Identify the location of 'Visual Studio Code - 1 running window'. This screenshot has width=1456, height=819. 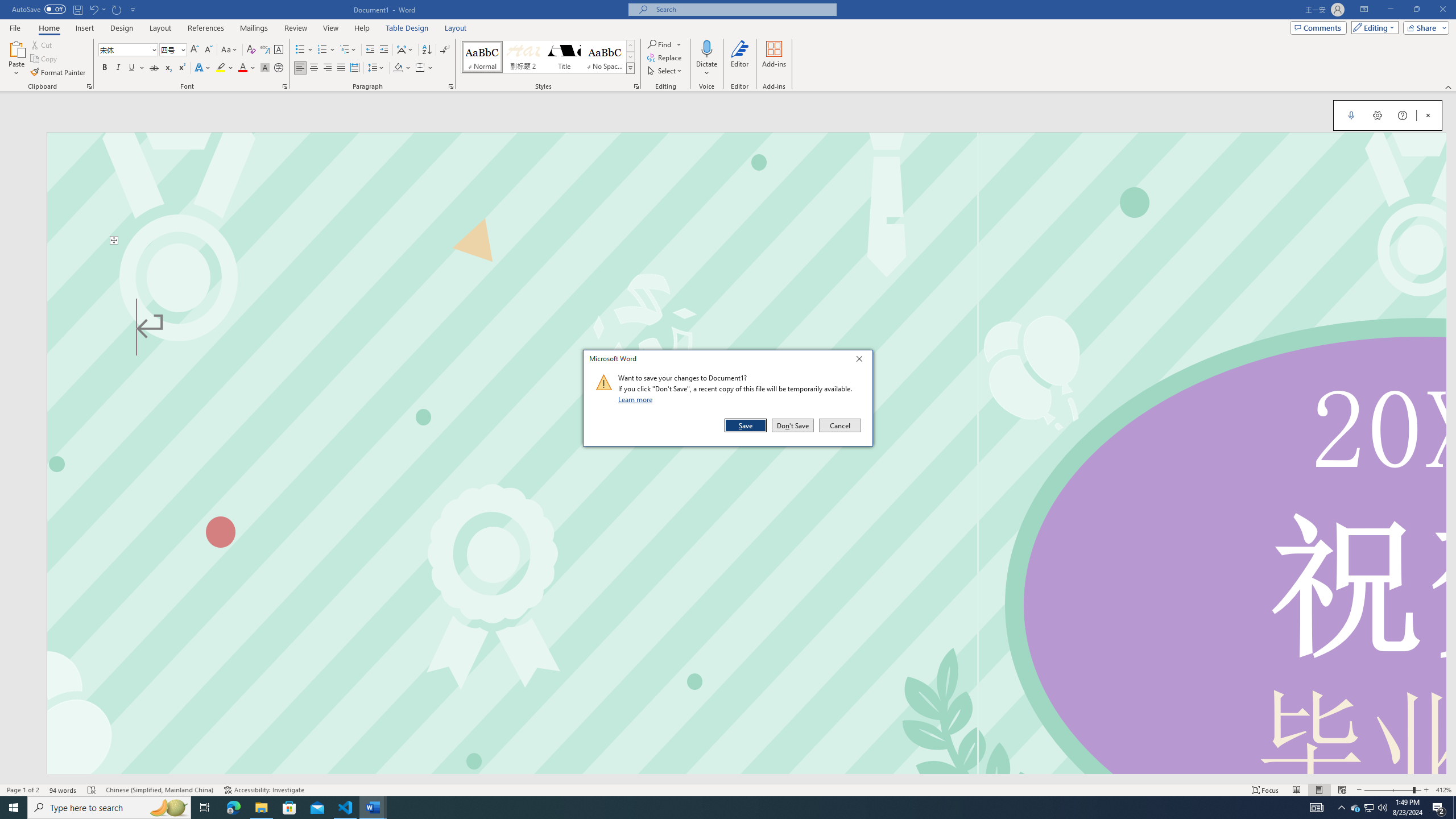
(345, 806).